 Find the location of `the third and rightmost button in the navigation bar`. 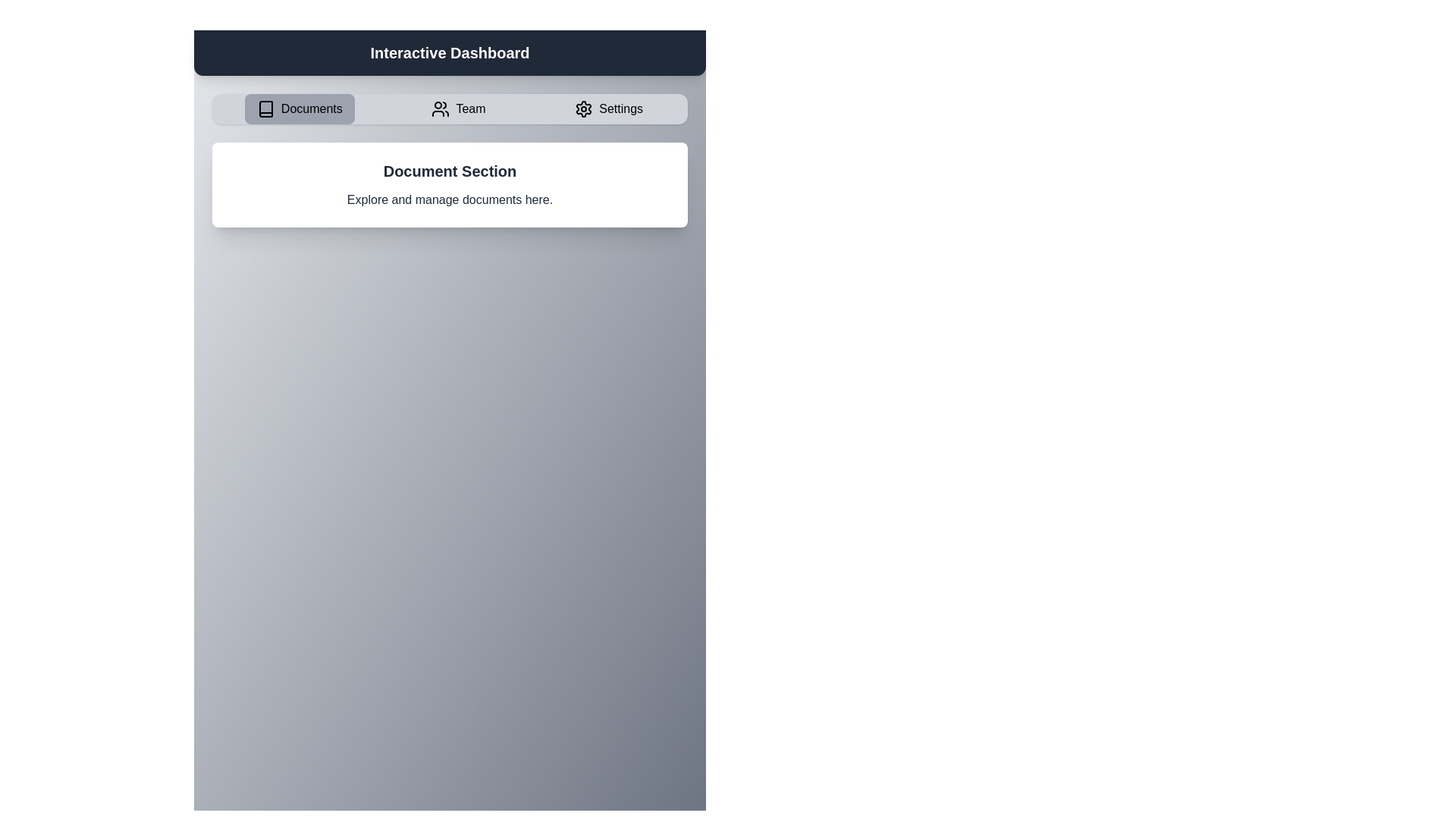

the third and rightmost button in the navigation bar is located at coordinates (609, 108).